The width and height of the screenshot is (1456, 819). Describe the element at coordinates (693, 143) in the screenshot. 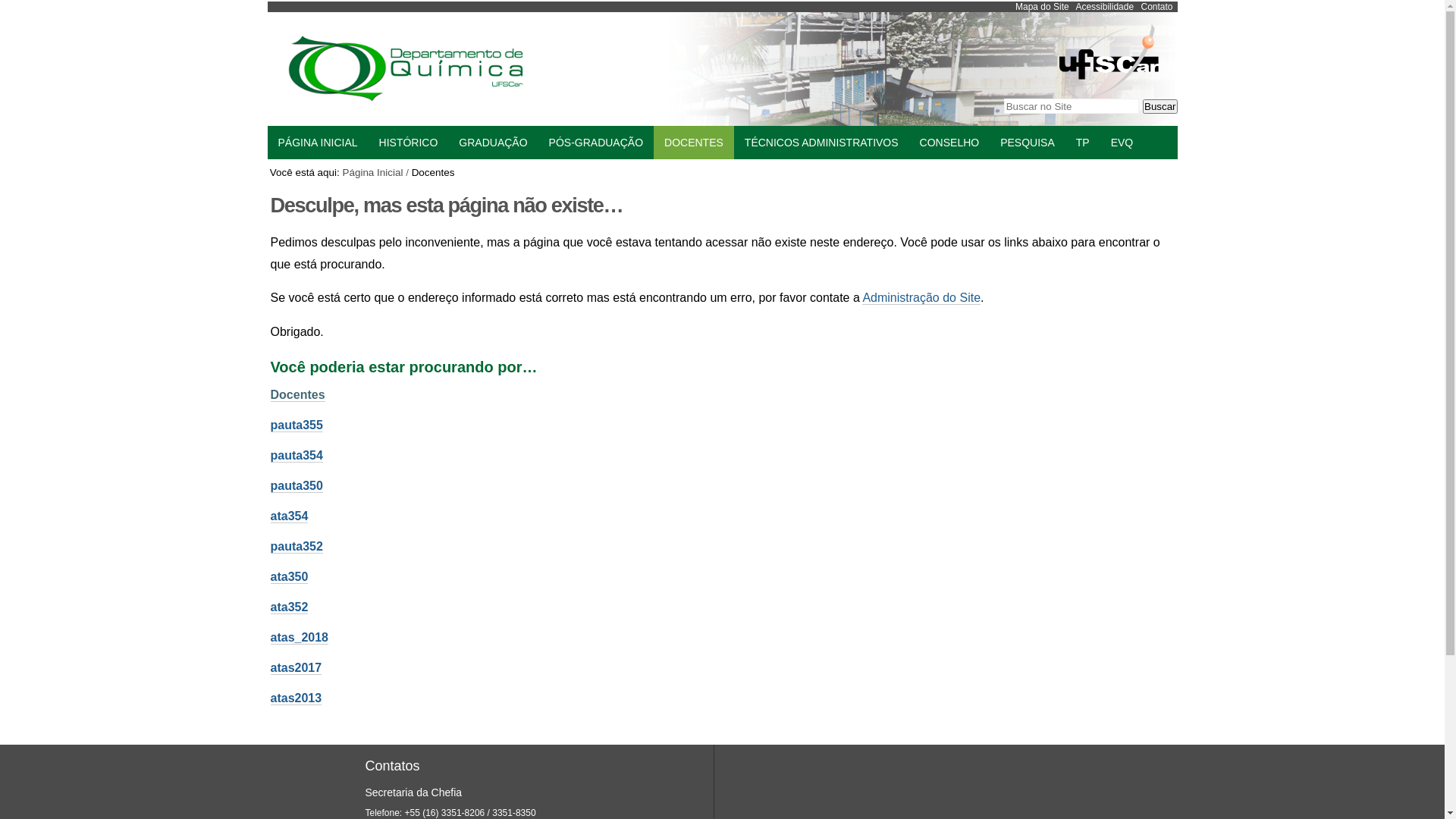

I see `'DOCENTES'` at that location.